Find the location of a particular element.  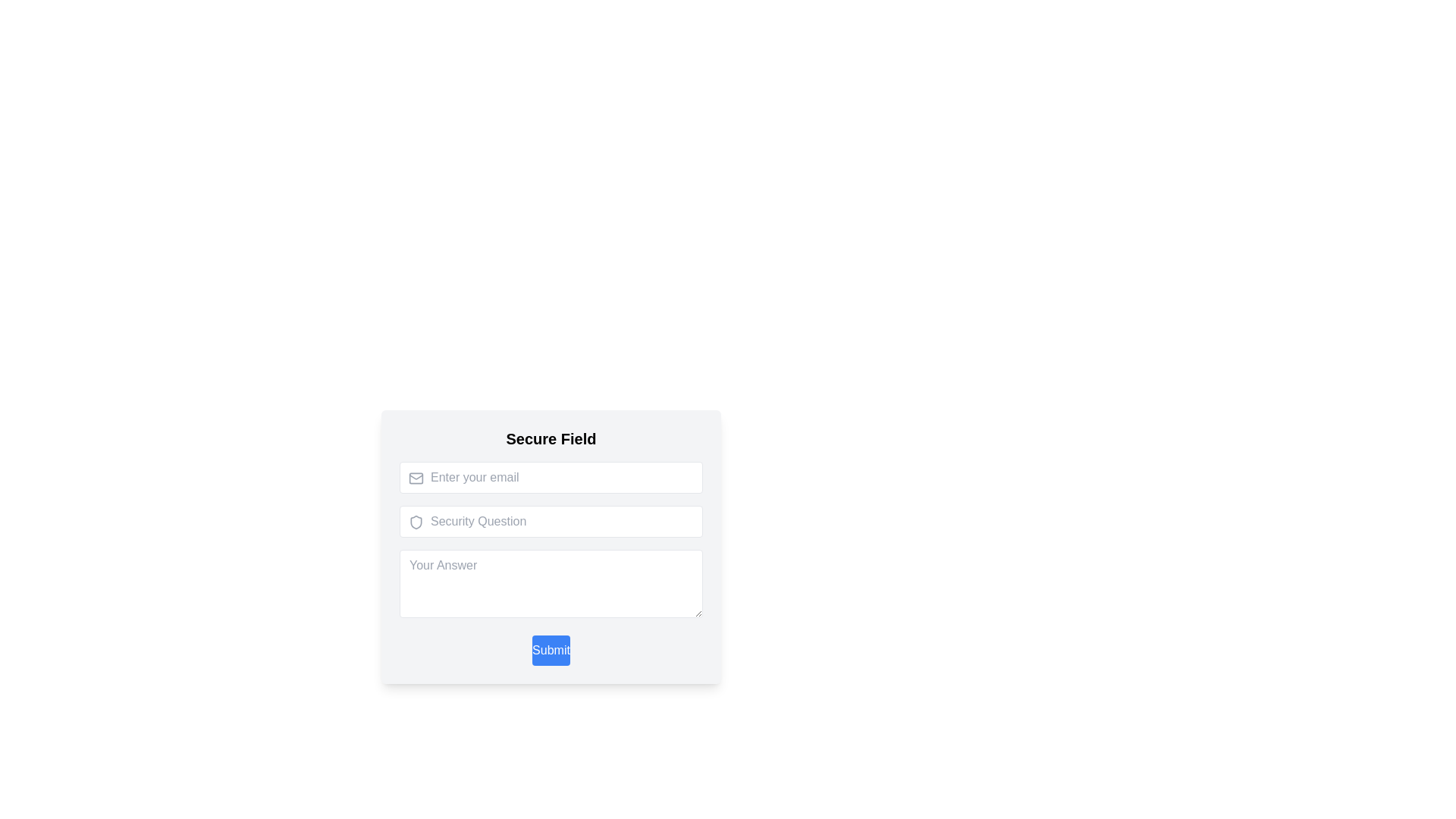

the inner rectangle of the mail icon, which is part of the background design for the email input field is located at coordinates (416, 479).